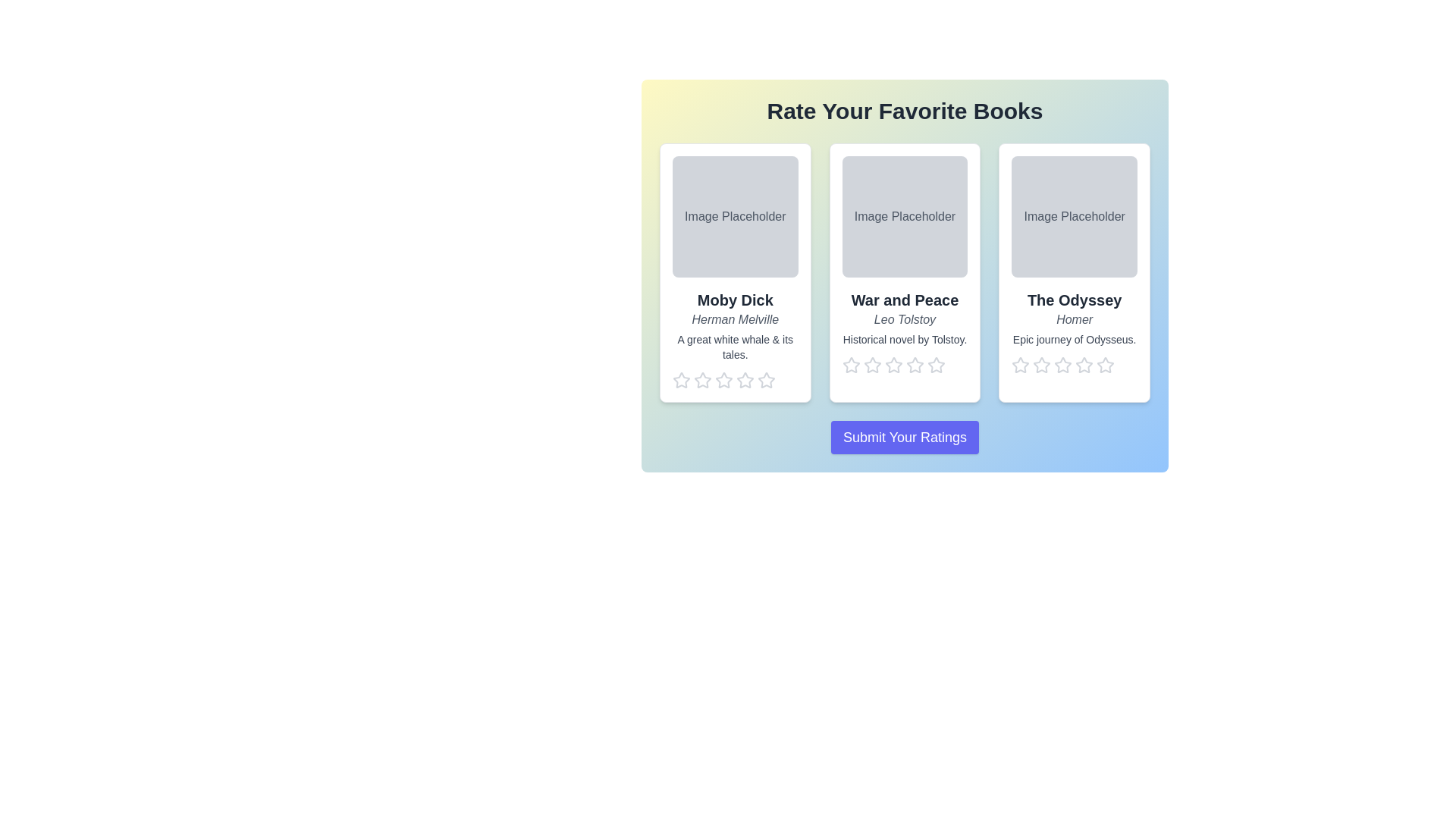 This screenshot has height=819, width=1456. What do you see at coordinates (1040, 366) in the screenshot?
I see `the star corresponding to the rating 2 for the book The Odyssey` at bounding box center [1040, 366].